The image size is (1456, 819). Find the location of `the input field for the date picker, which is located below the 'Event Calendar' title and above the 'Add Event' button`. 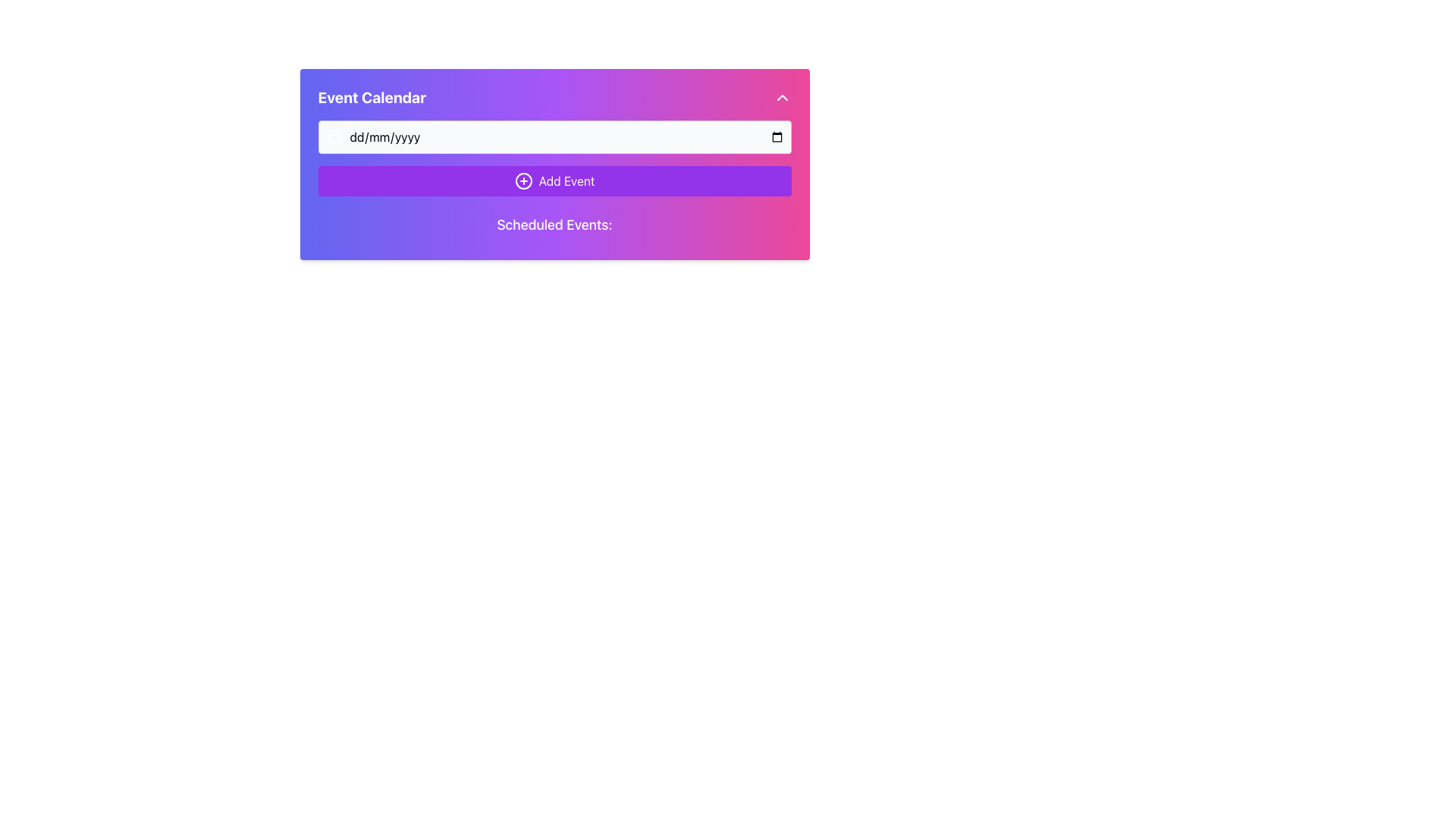

the input field for the date picker, which is located below the 'Event Calendar' title and above the 'Add Event' button is located at coordinates (554, 137).